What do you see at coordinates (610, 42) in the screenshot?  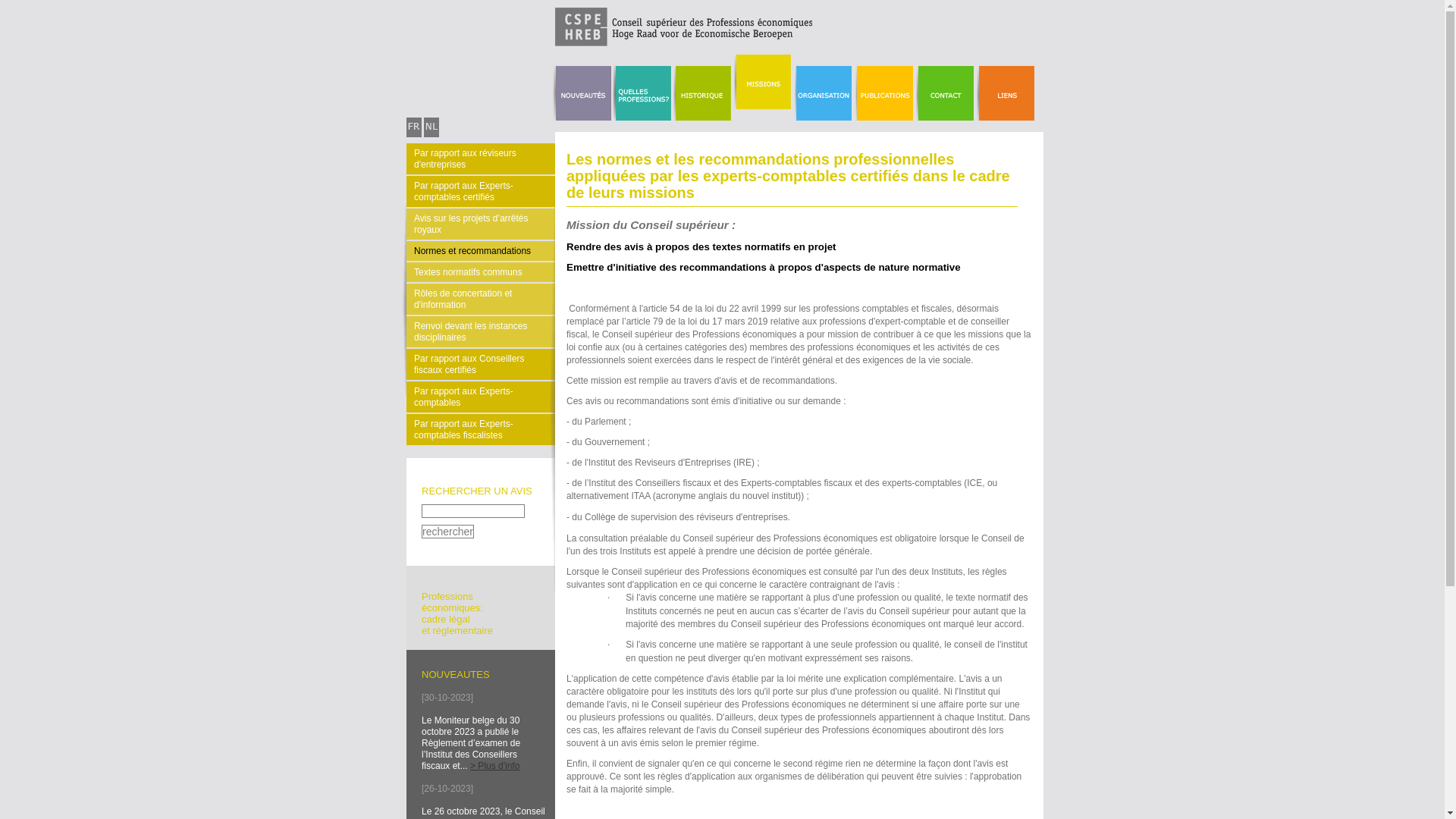 I see `'Accueil'` at bounding box center [610, 42].